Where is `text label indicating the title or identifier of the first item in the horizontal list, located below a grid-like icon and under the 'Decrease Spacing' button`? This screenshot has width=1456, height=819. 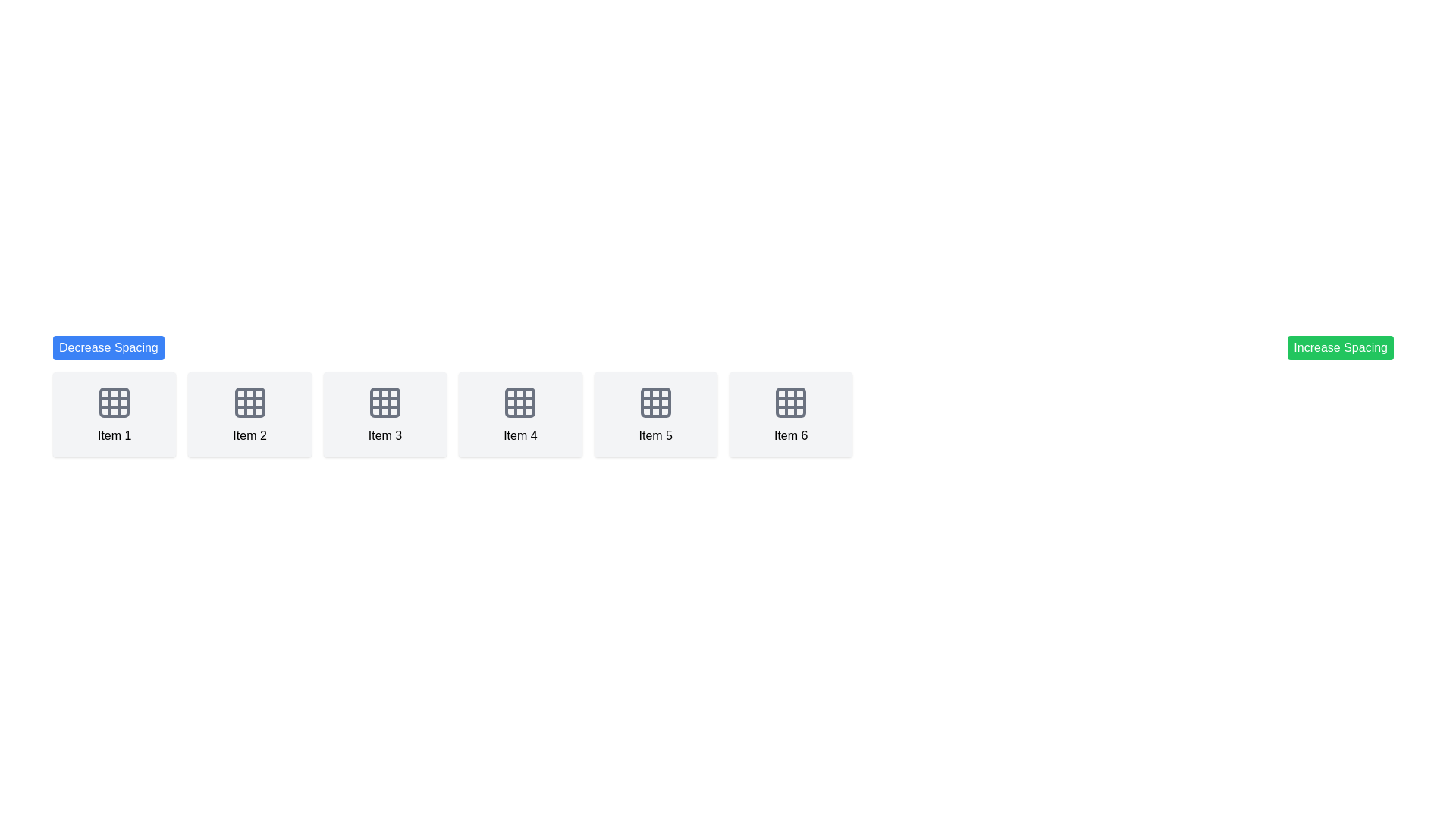 text label indicating the title or identifier of the first item in the horizontal list, located below a grid-like icon and under the 'Decrease Spacing' button is located at coordinates (114, 435).